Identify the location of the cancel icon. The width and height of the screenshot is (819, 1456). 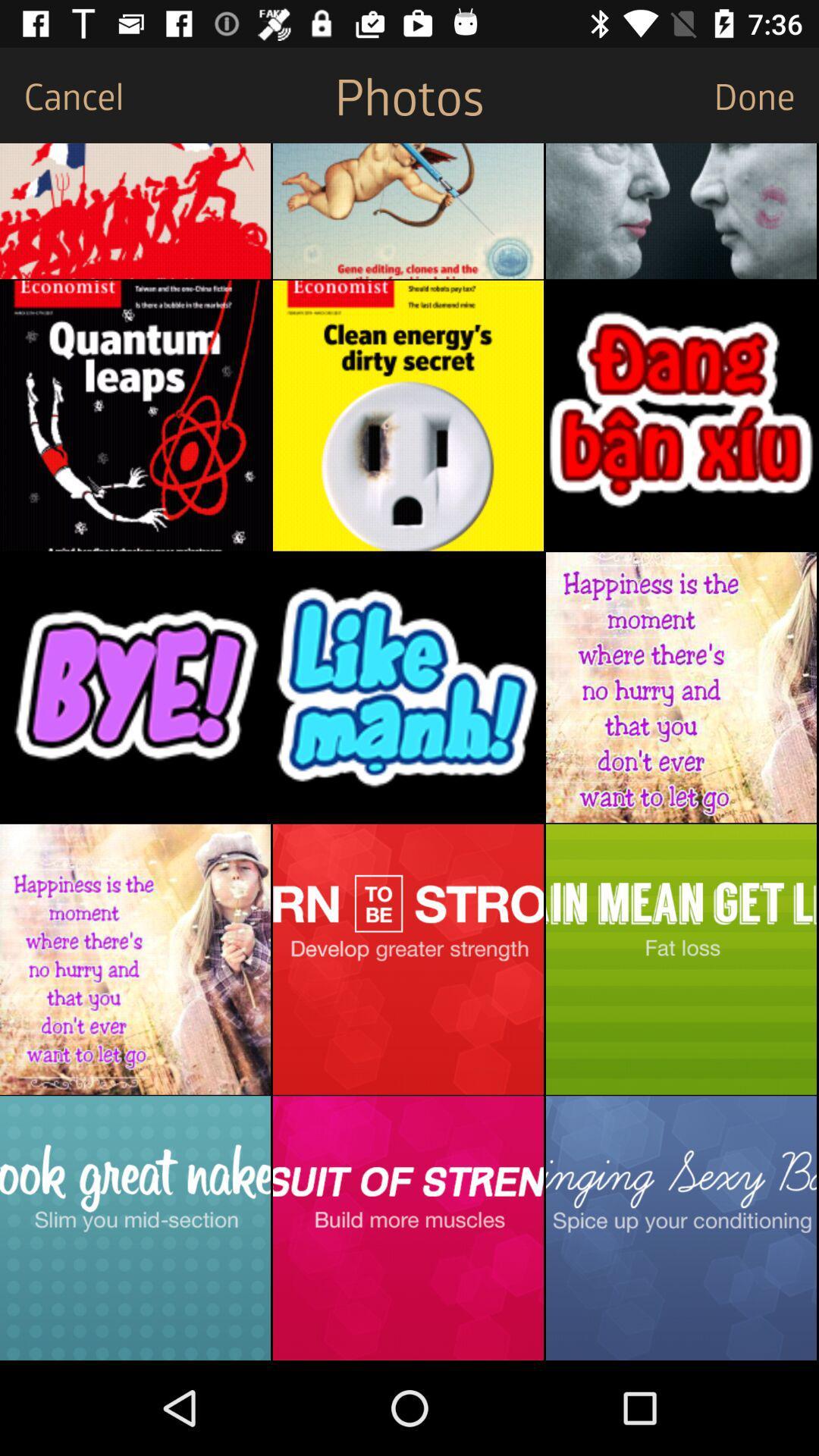
(61, 94).